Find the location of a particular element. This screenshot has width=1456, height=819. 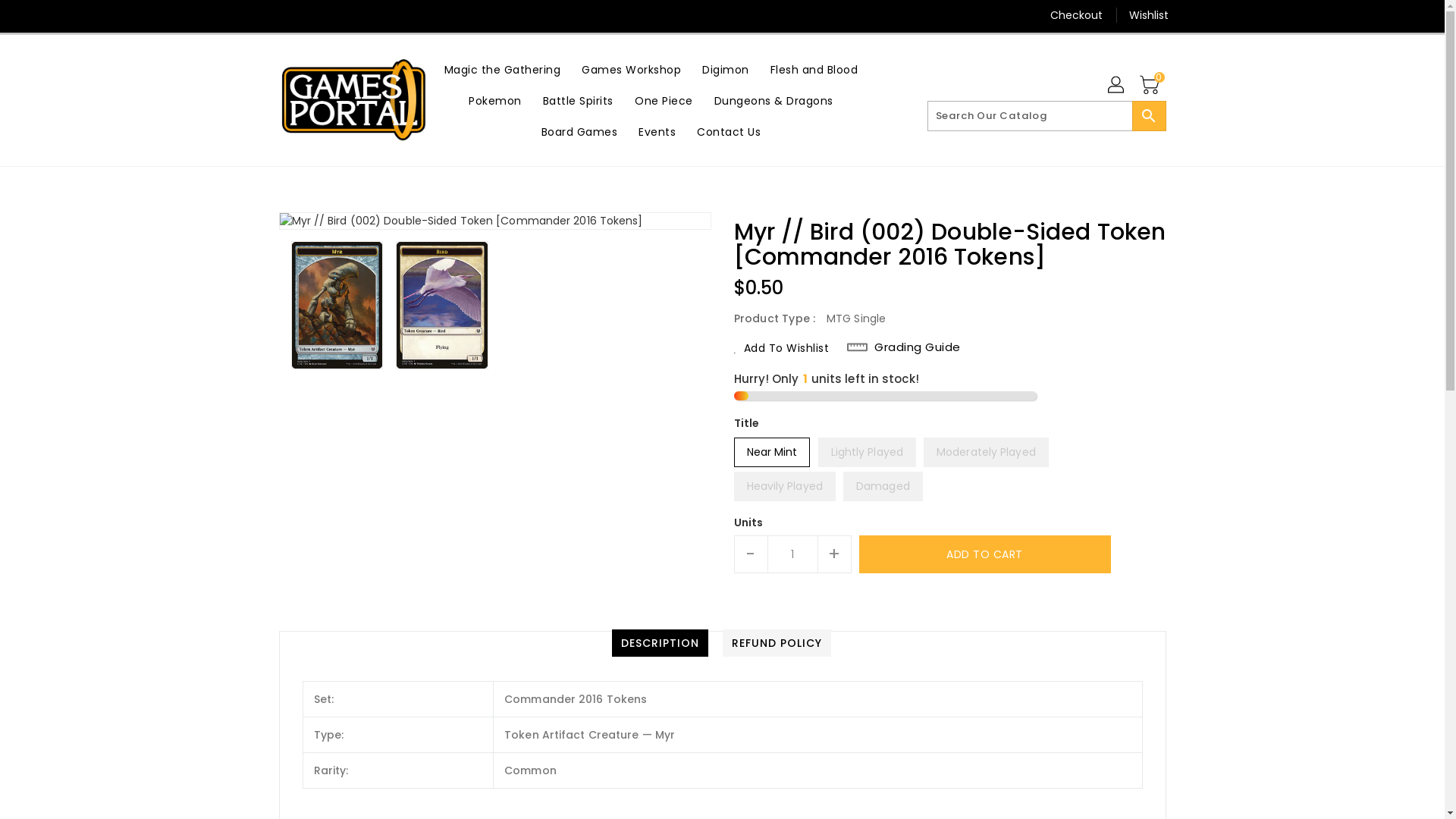

'Board Games' is located at coordinates (532, 130).